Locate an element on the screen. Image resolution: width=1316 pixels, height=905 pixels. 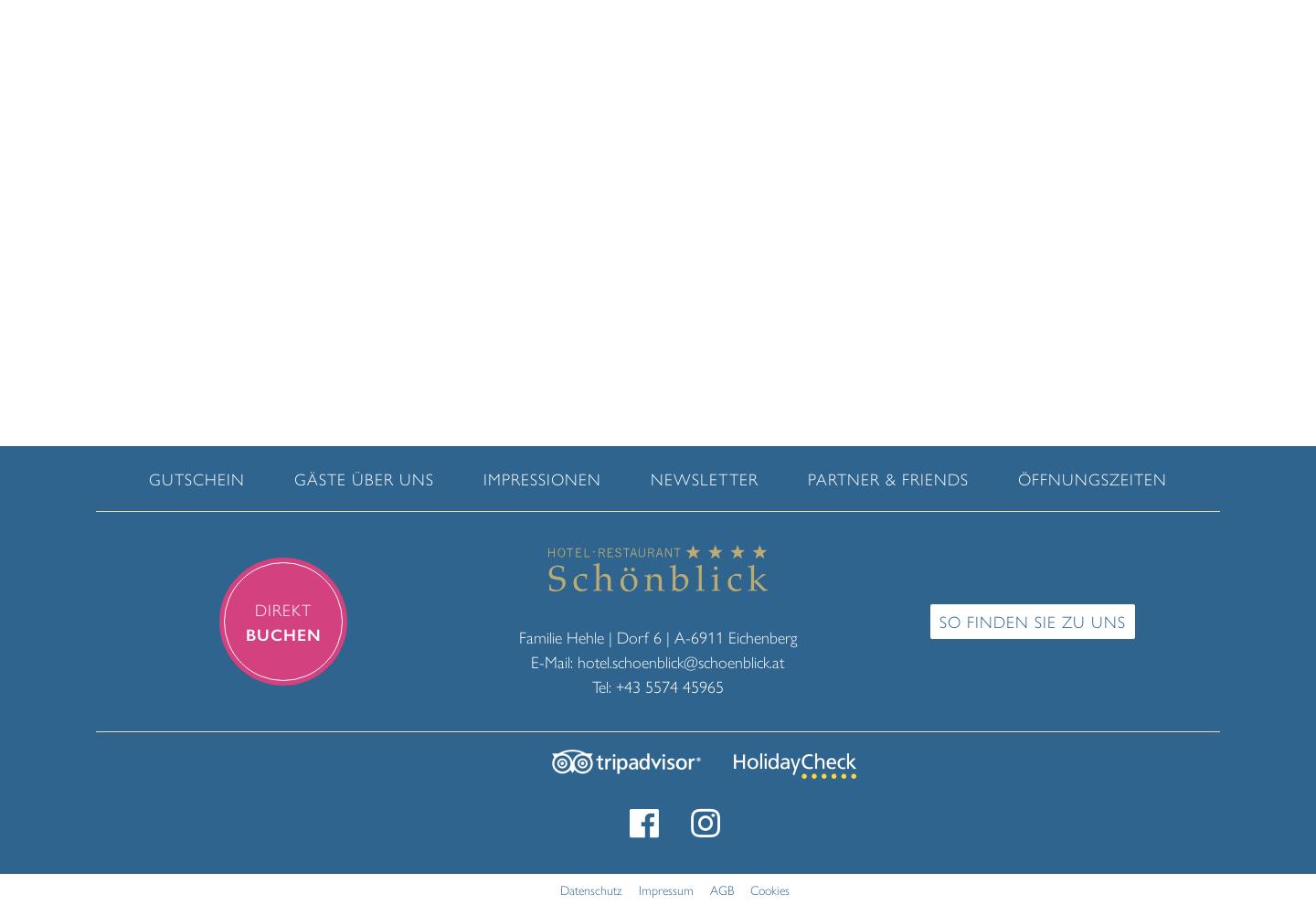
'Impressionen' is located at coordinates (483, 477).